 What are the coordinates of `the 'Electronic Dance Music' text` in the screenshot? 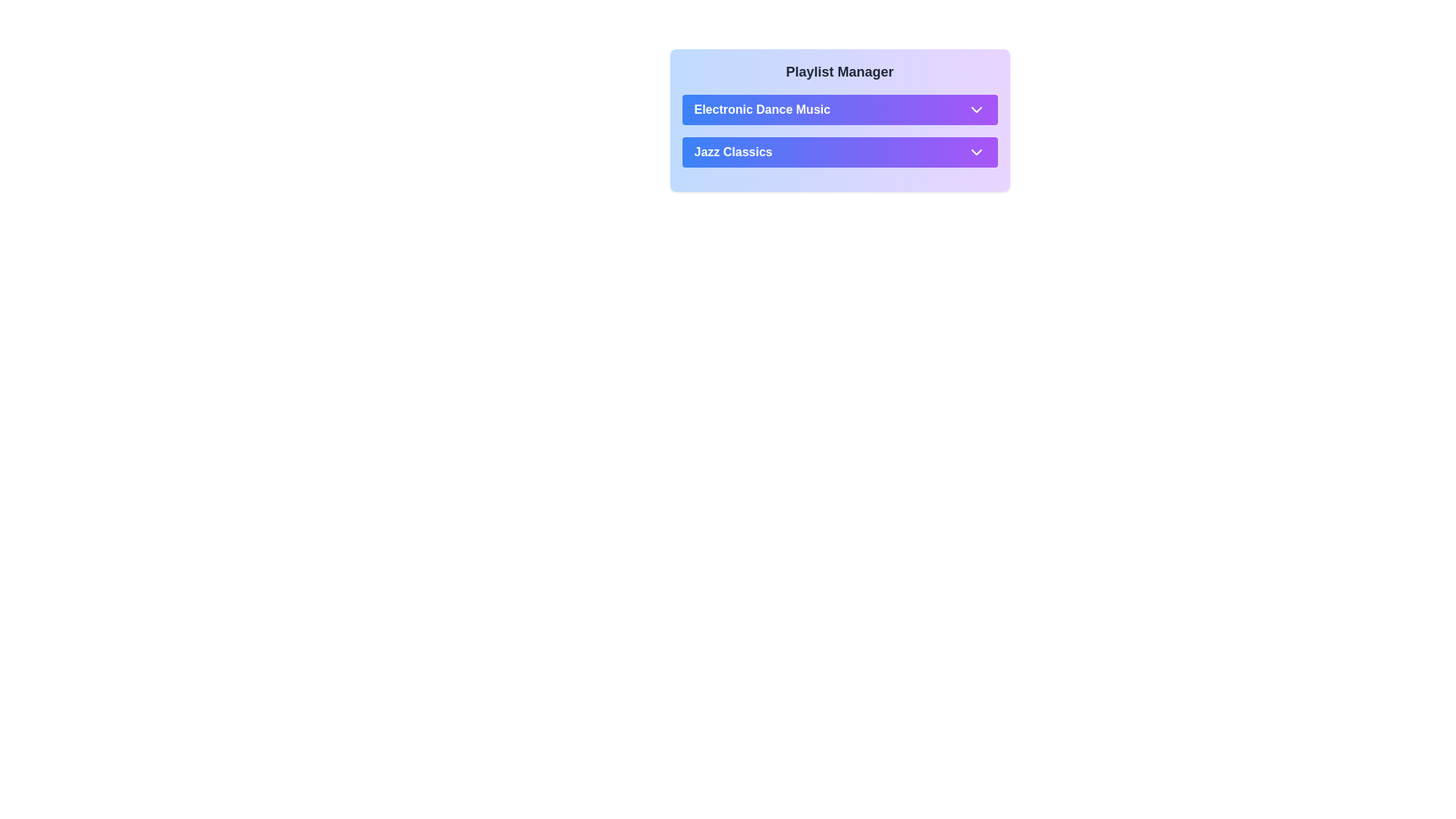 It's located at (839, 119).